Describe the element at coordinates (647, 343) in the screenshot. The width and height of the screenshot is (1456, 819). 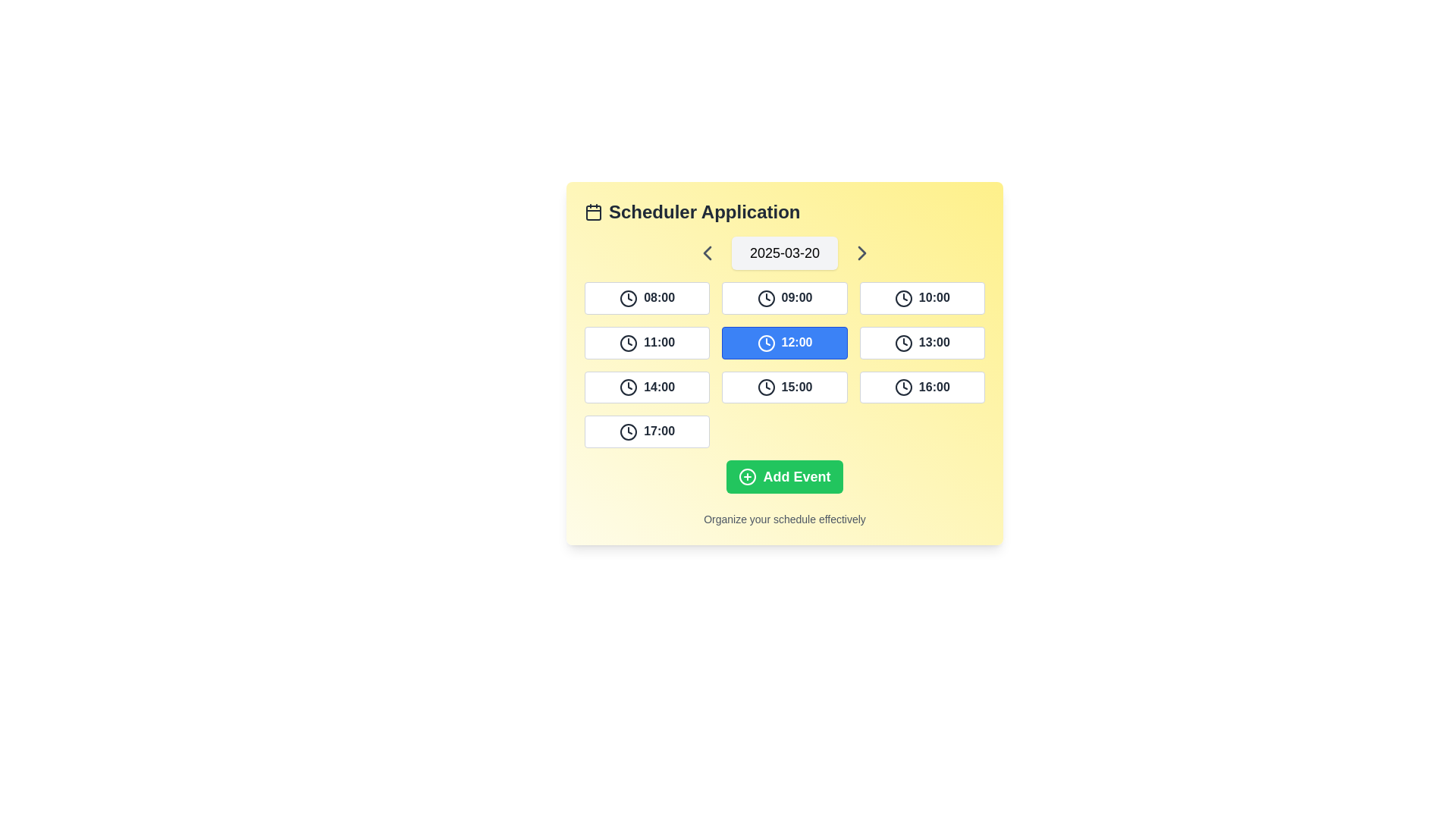
I see `the button displaying '11:00' with a clock icon` at that location.